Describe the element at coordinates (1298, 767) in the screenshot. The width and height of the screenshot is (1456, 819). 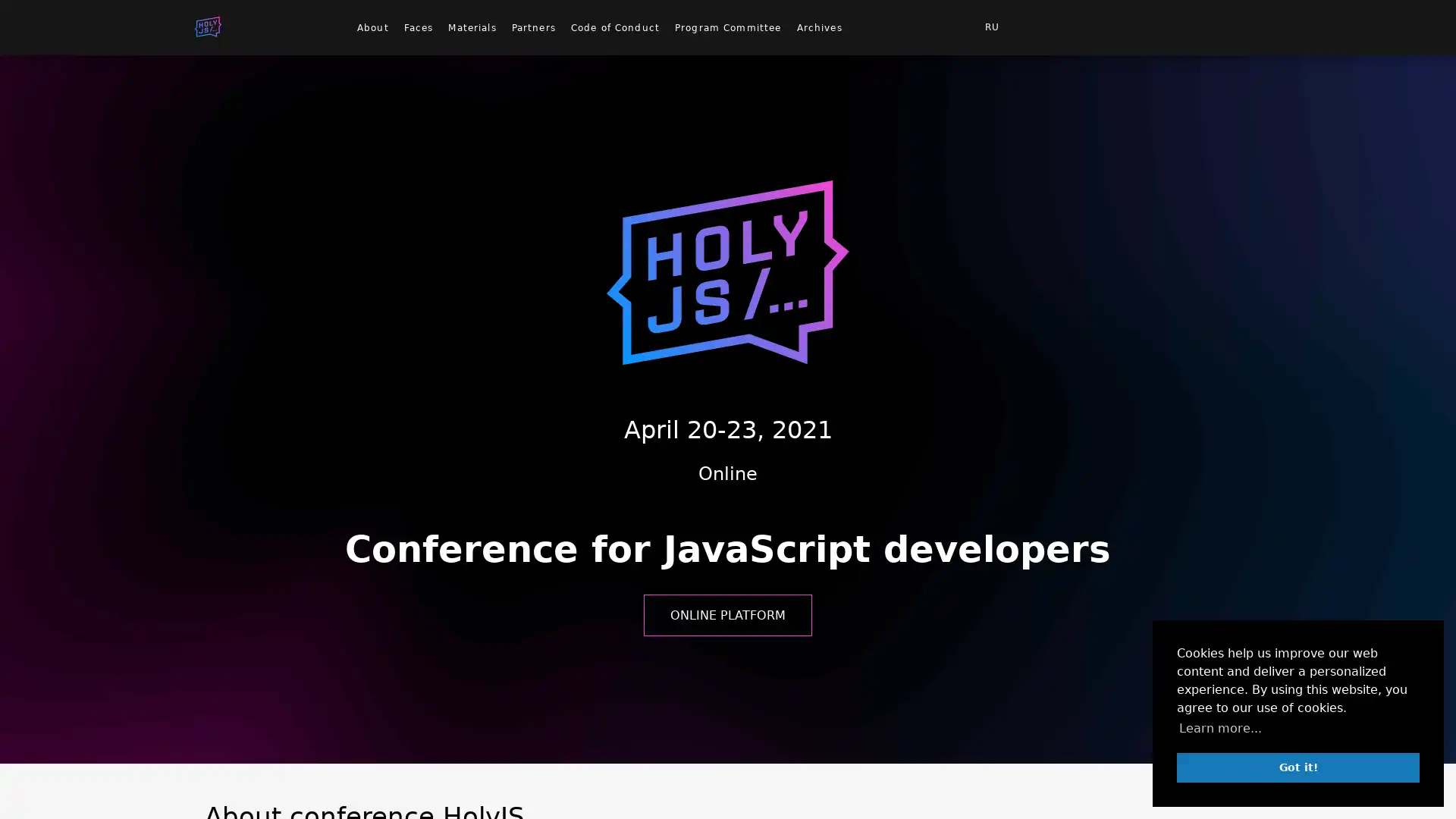
I see `dismiss cookie message` at that location.